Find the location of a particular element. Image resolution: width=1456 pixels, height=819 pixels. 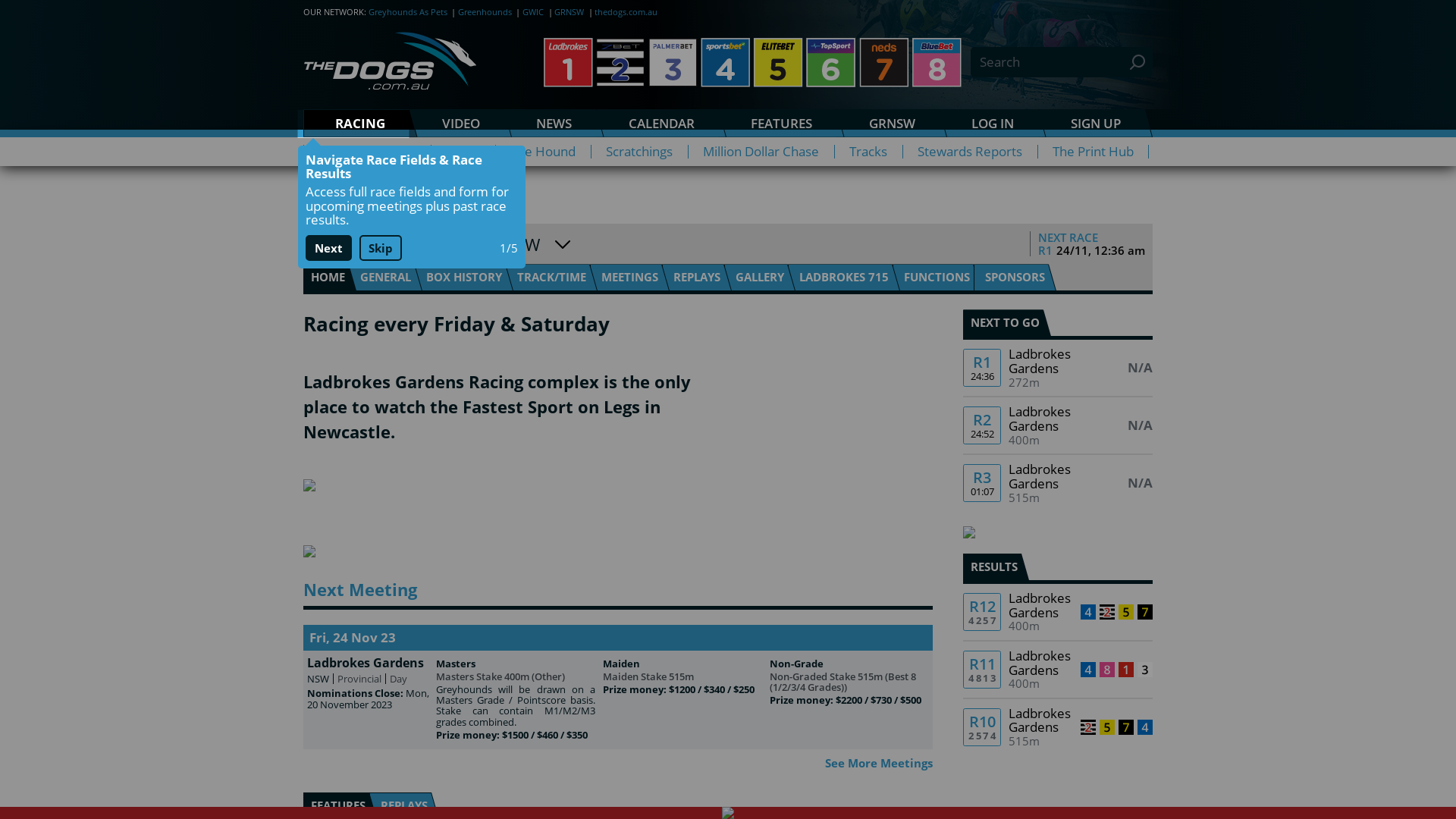

'R10 is located at coordinates (1057, 726).